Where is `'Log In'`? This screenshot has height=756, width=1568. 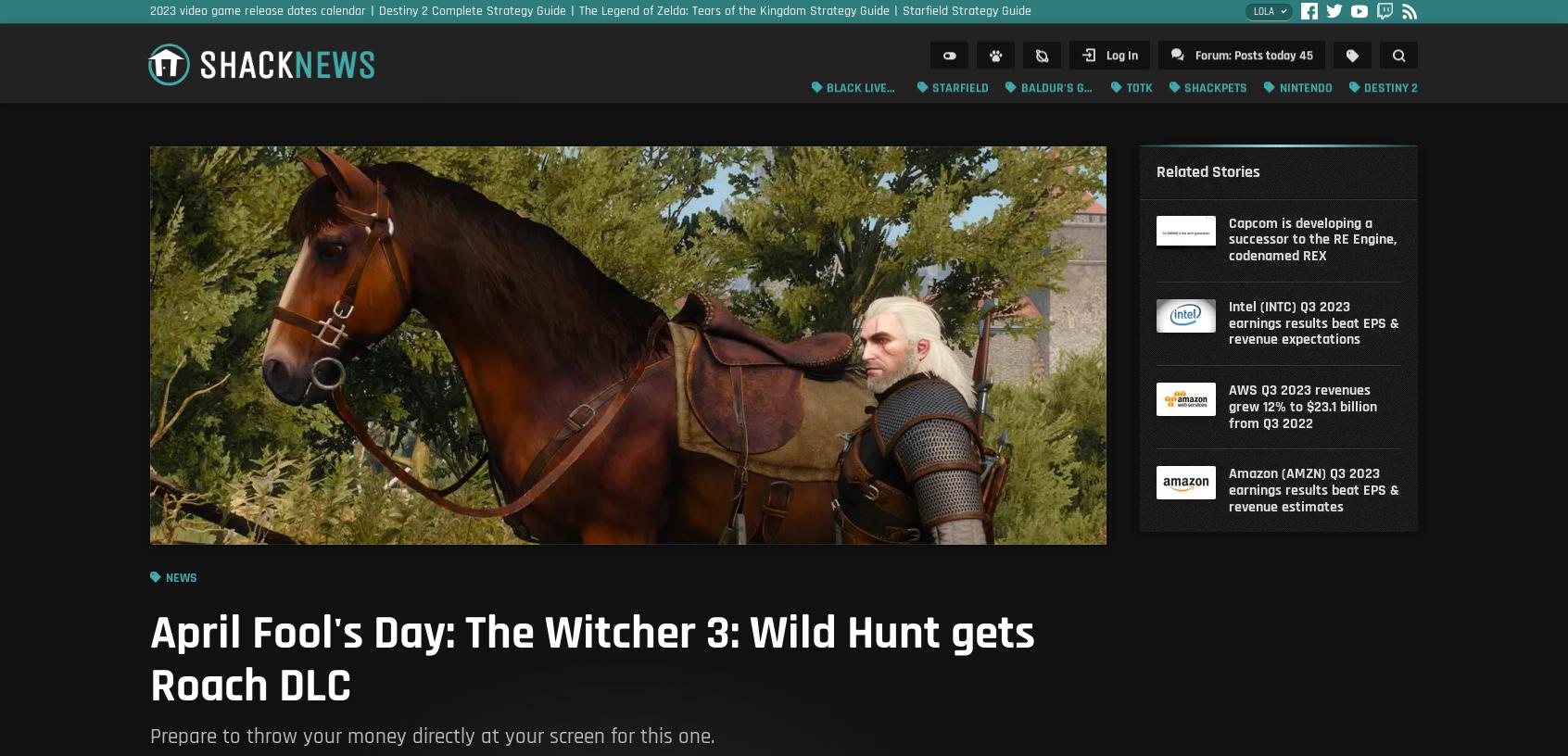 'Log In' is located at coordinates (1120, 60).